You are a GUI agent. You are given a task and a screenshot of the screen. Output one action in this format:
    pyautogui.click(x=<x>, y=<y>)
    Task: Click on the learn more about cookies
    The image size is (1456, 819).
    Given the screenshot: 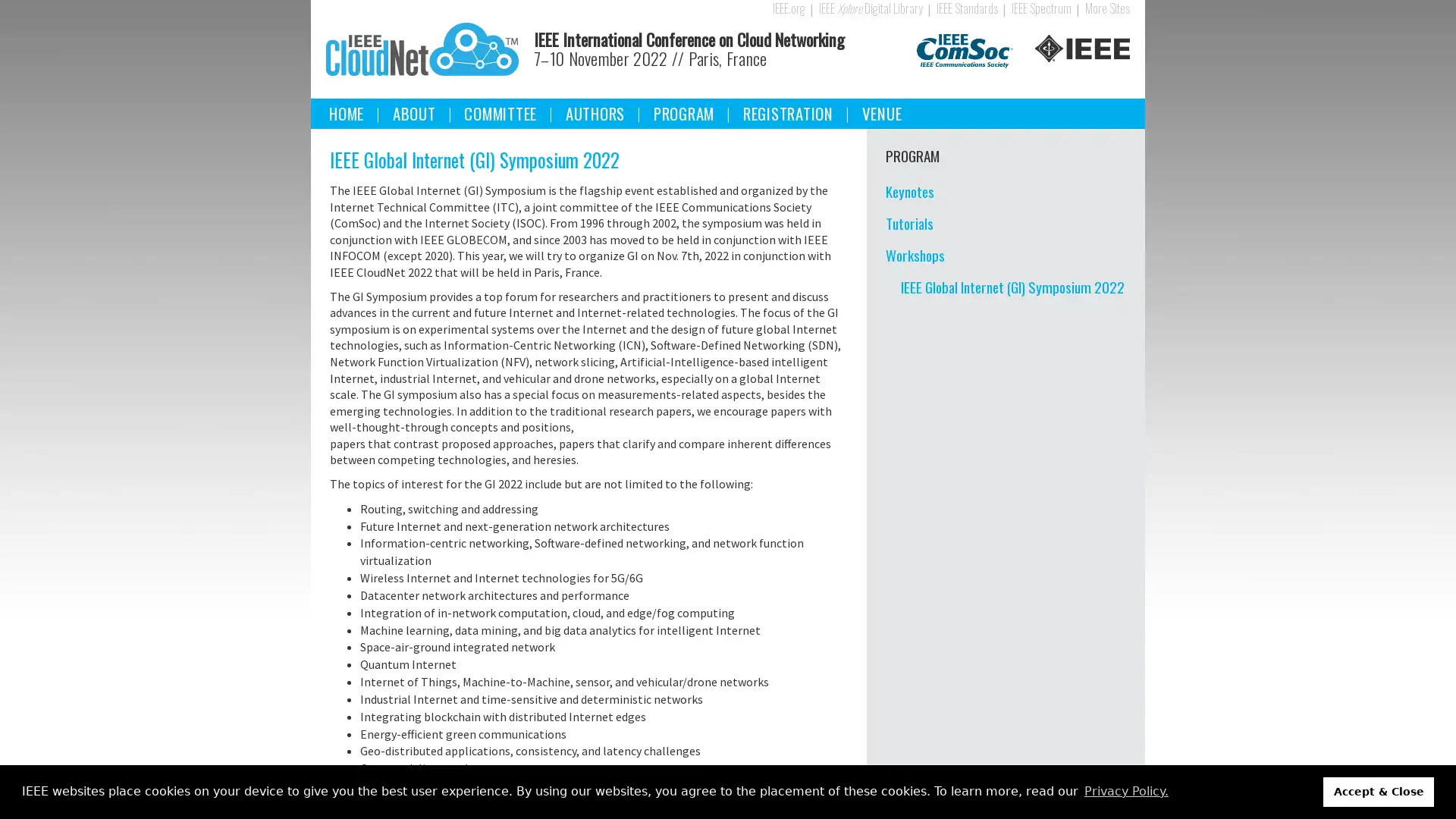 What is the action you would take?
    pyautogui.click(x=1125, y=791)
    